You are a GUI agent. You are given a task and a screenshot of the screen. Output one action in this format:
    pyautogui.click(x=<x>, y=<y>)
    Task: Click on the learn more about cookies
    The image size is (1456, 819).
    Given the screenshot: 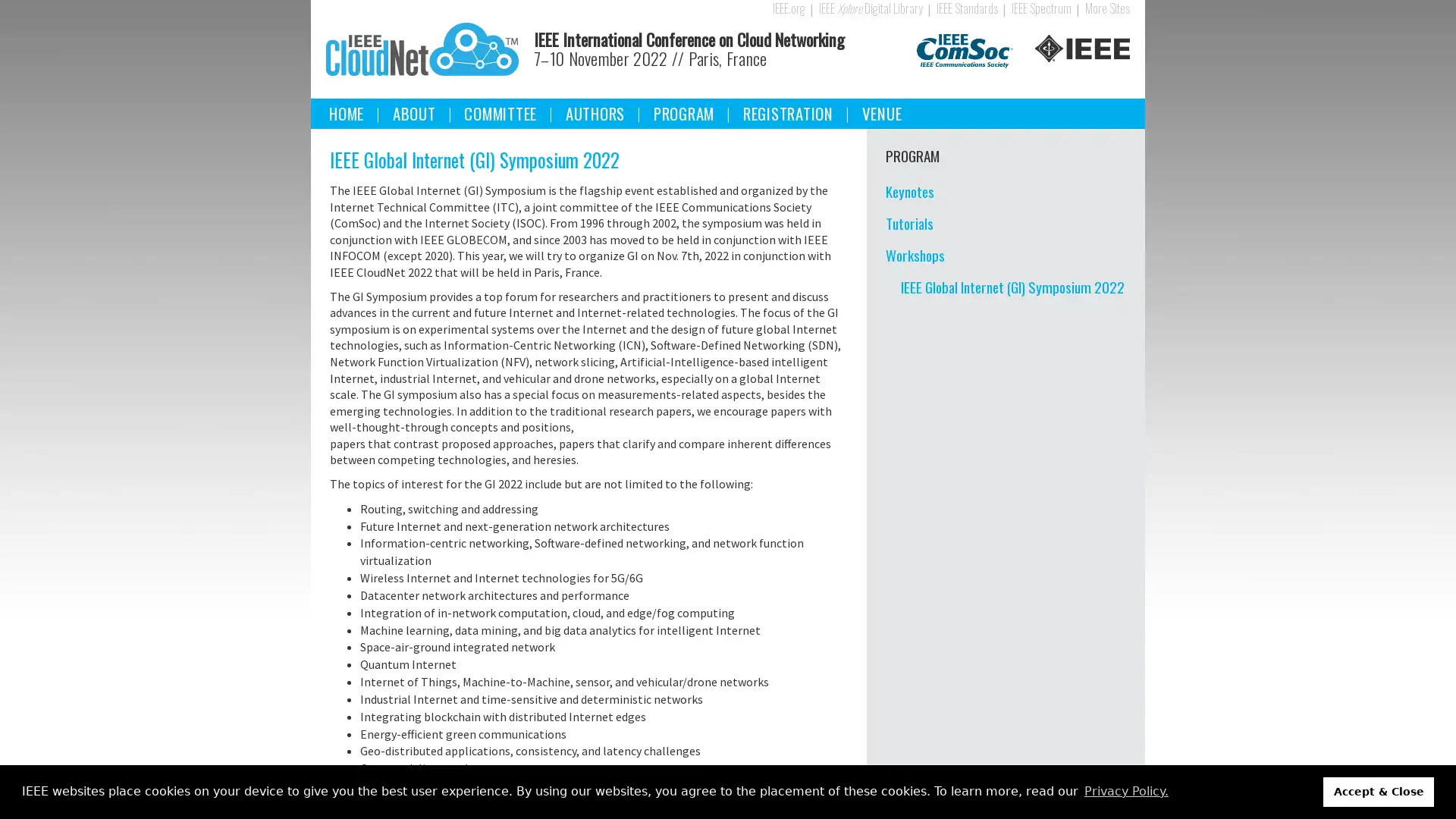 What is the action you would take?
    pyautogui.click(x=1125, y=791)
    